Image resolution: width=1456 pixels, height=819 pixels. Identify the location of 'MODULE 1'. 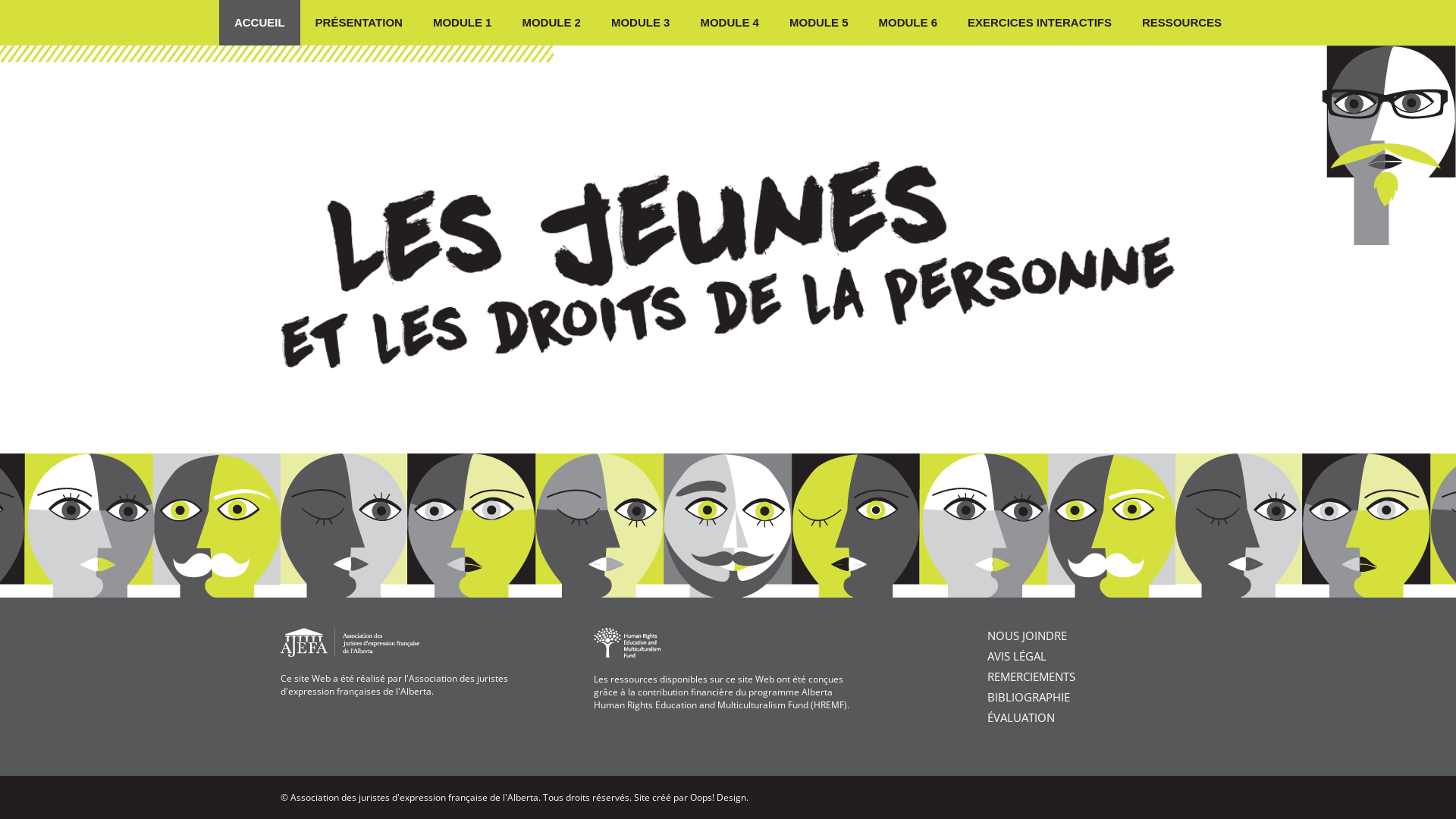
(461, 23).